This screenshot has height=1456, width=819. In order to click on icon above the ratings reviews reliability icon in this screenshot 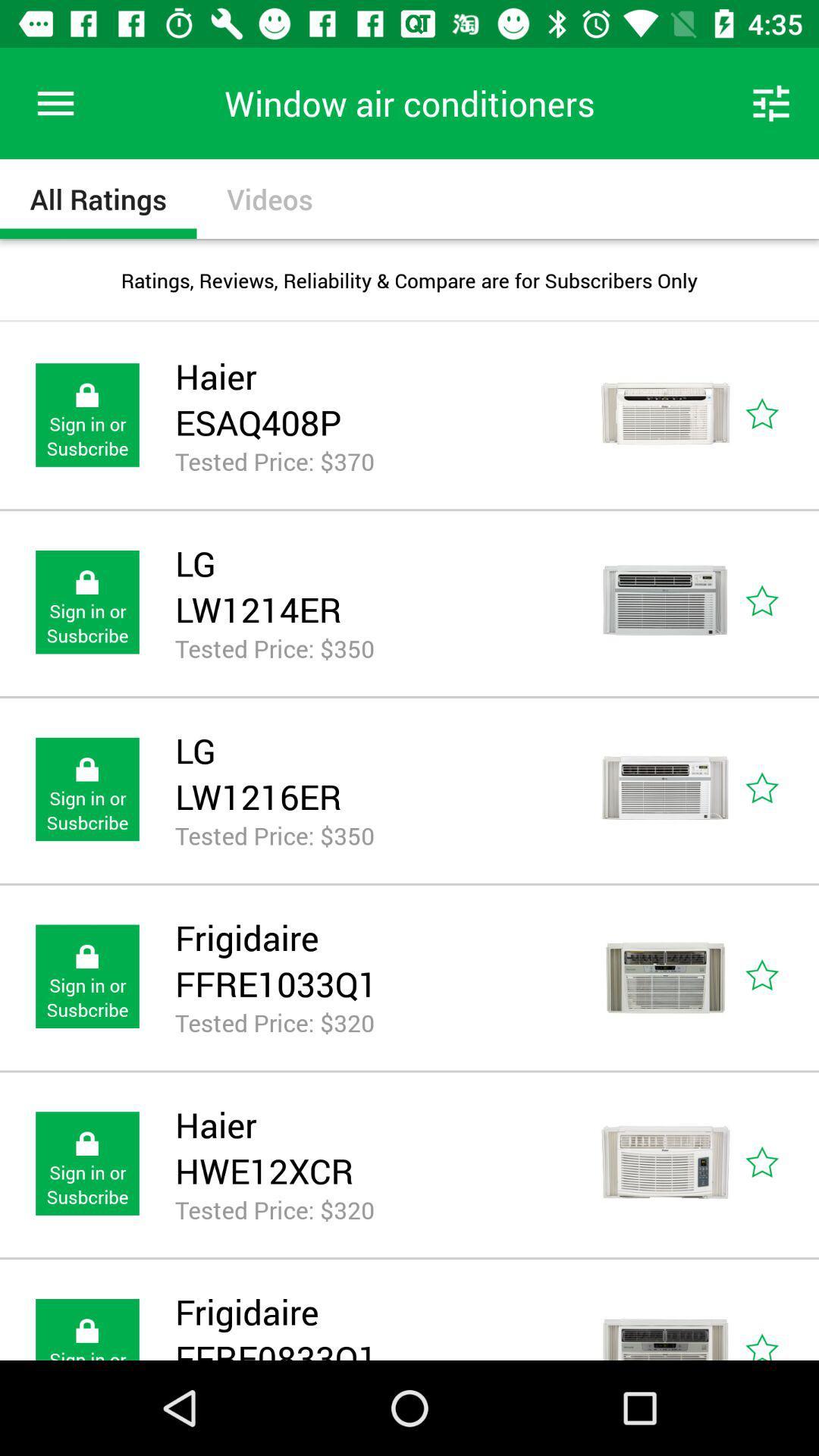, I will do `click(771, 102)`.